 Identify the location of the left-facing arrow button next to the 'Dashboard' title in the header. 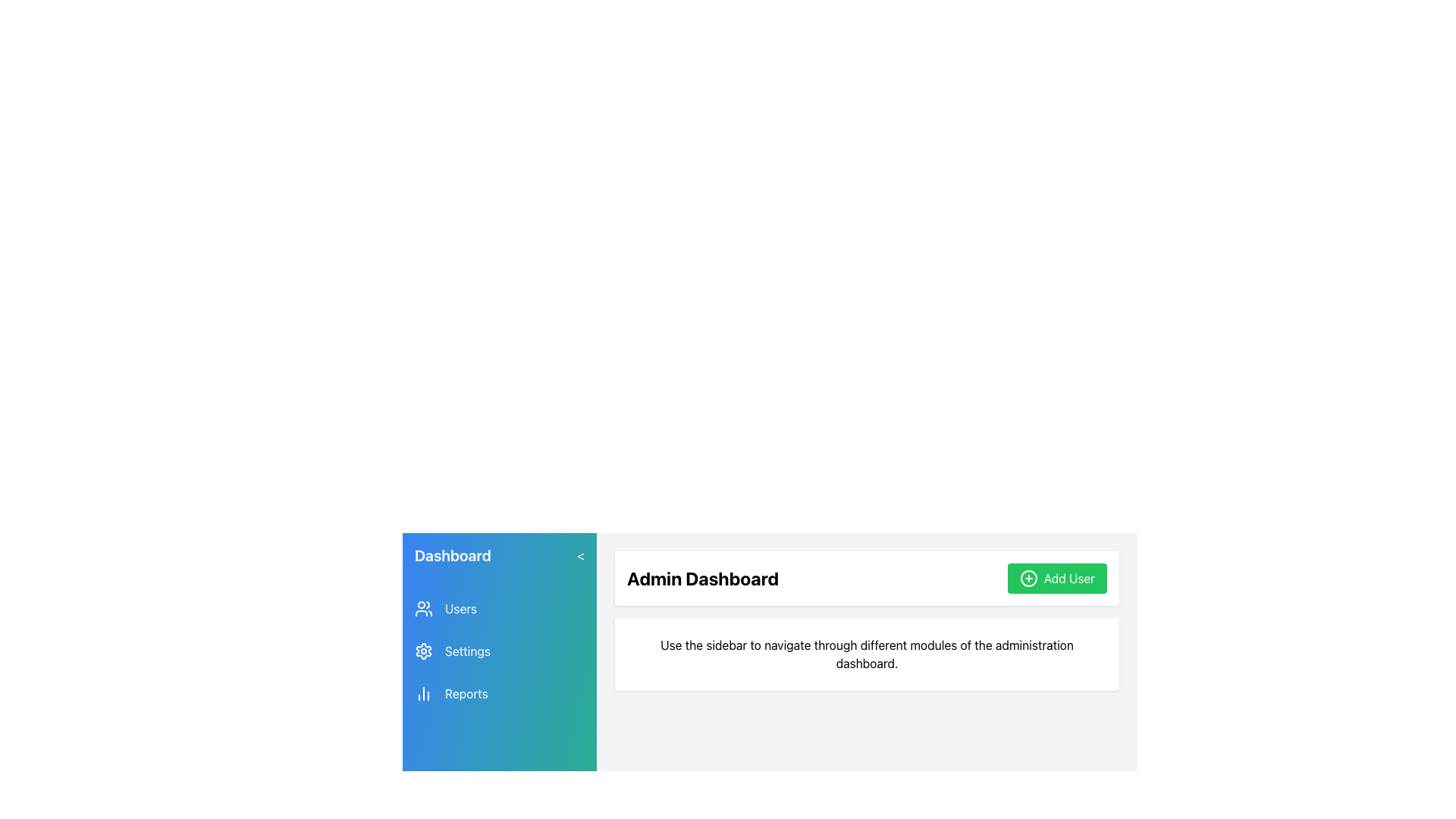
(580, 555).